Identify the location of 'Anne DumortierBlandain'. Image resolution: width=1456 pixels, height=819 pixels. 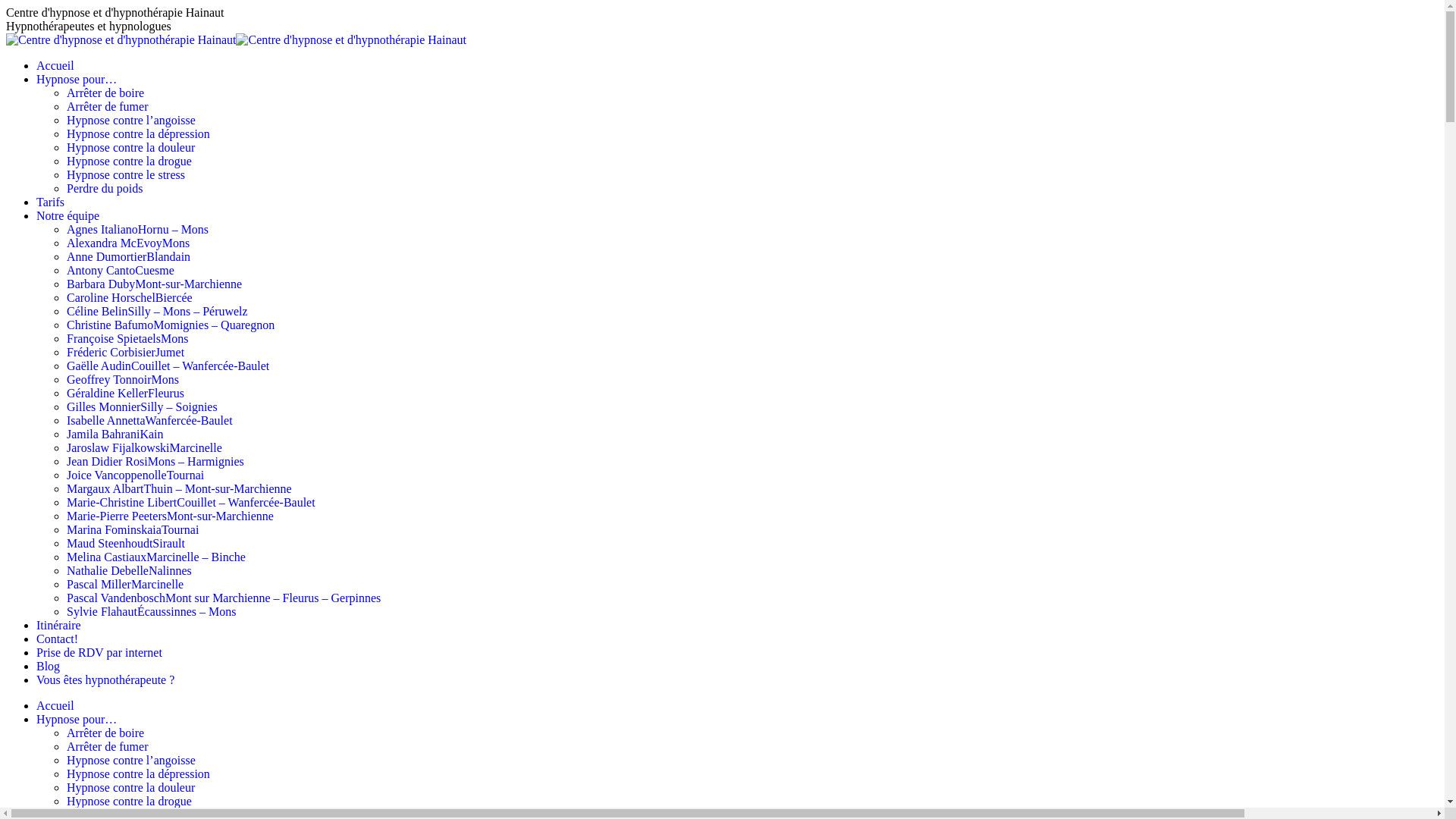
(128, 256).